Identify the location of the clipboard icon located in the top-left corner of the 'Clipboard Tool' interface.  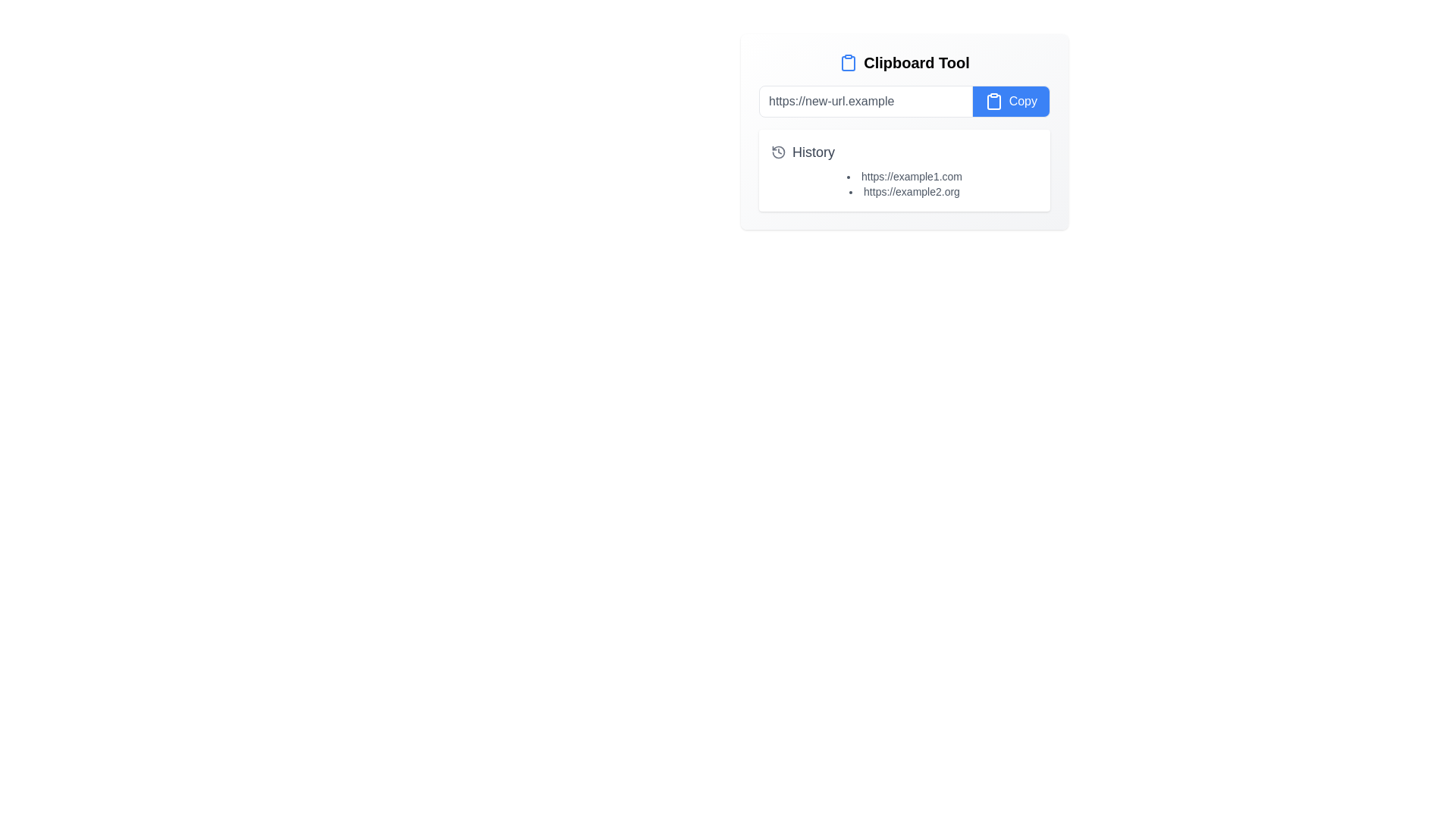
(848, 63).